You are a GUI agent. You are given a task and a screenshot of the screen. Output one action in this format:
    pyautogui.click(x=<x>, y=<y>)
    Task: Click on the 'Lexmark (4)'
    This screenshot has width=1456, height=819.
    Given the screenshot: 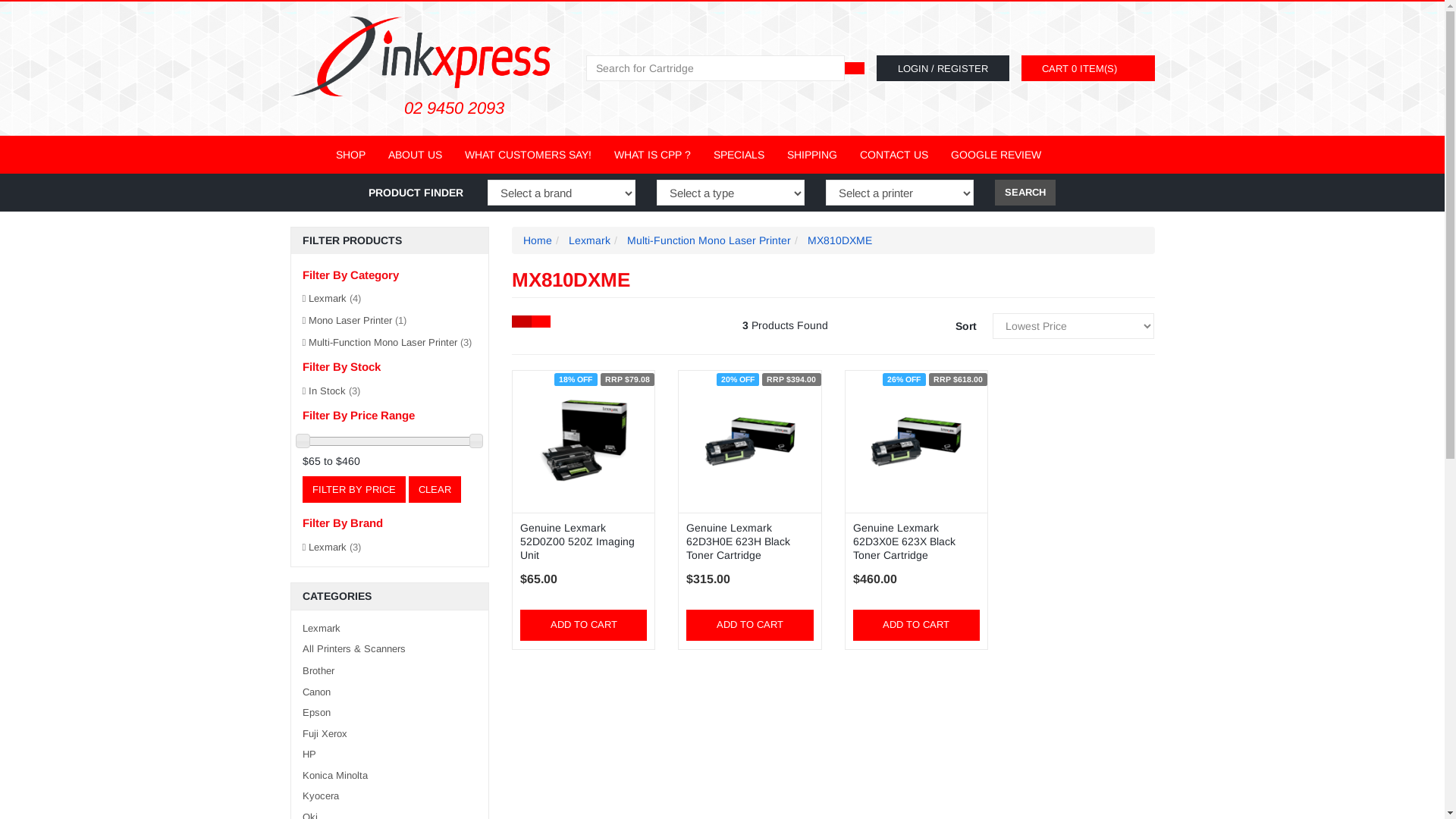 What is the action you would take?
    pyautogui.click(x=390, y=299)
    